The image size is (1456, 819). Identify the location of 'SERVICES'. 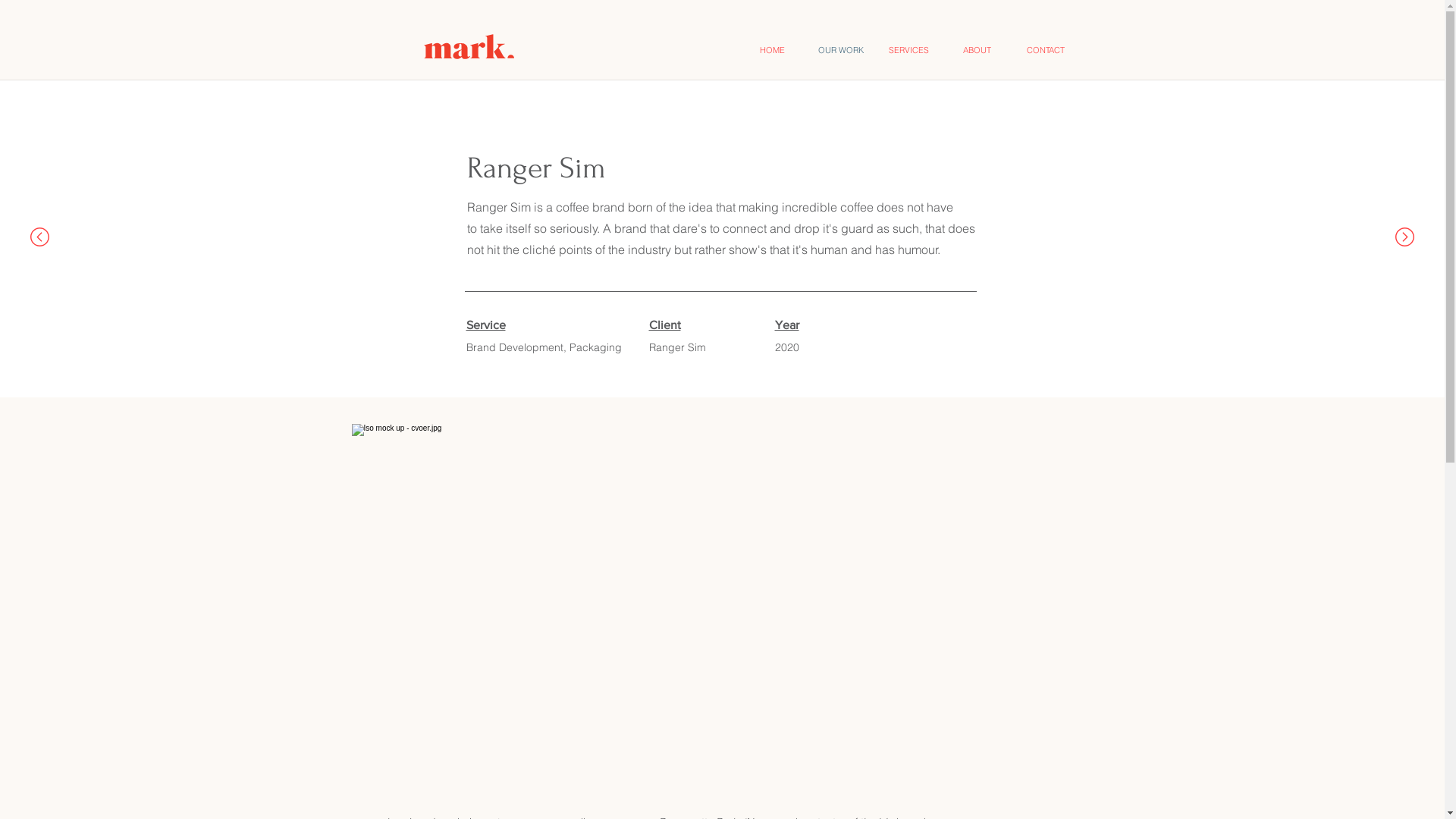
(909, 49).